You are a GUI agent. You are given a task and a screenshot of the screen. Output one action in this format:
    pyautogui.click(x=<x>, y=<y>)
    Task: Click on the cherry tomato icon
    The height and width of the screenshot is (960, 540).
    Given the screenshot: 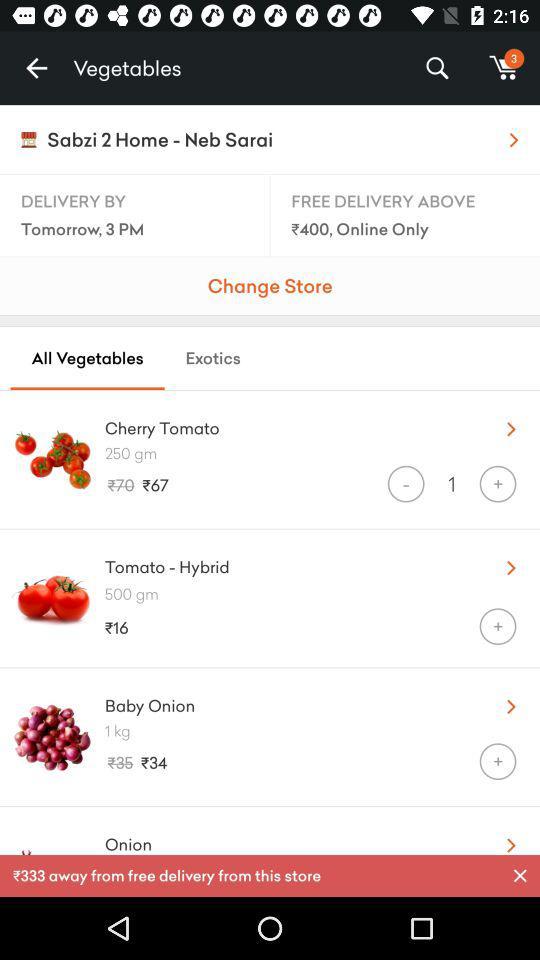 What is the action you would take?
    pyautogui.click(x=287, y=424)
    